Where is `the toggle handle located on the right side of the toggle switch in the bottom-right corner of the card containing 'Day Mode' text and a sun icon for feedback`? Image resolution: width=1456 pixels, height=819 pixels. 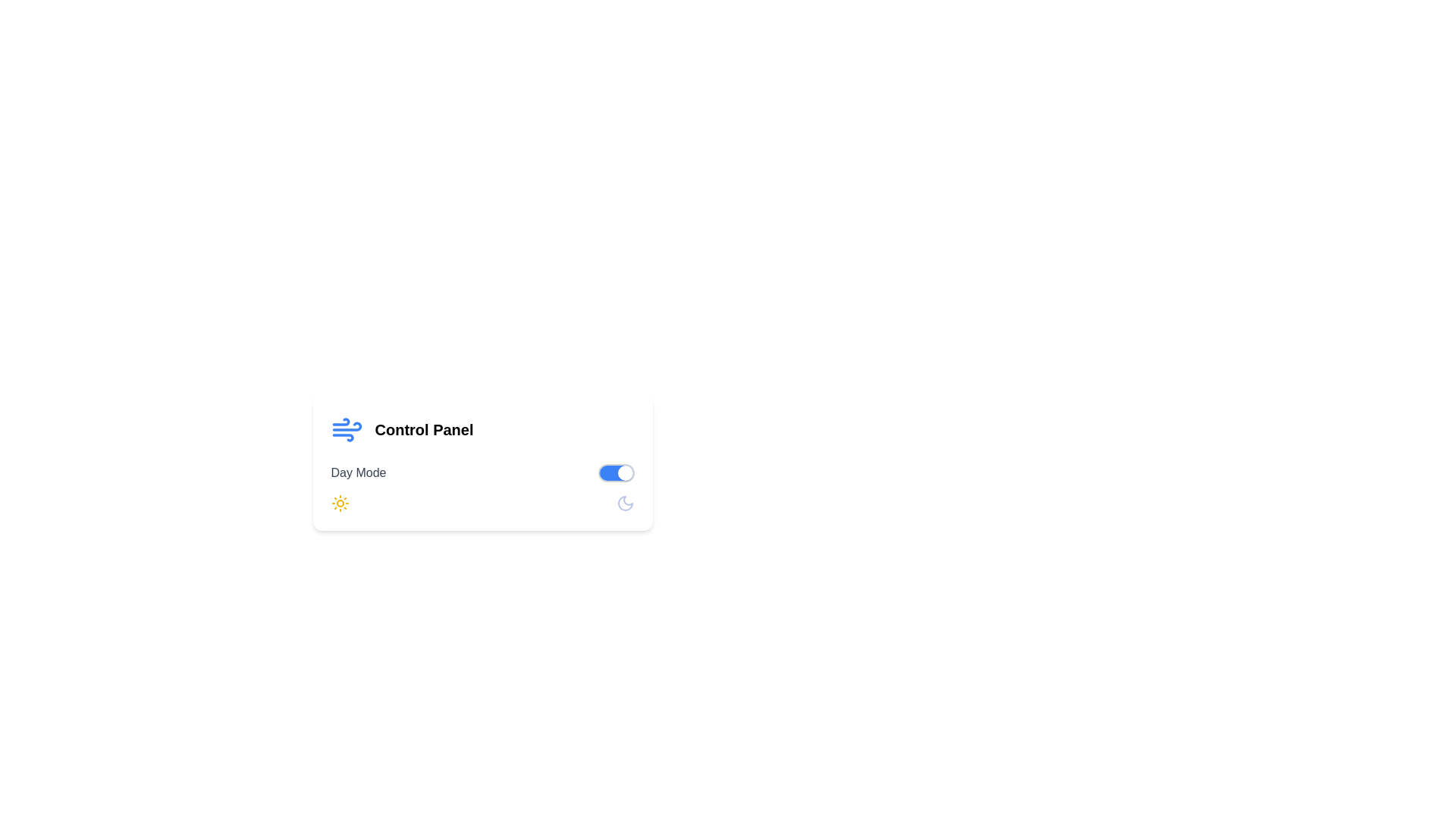 the toggle handle located on the right side of the toggle switch in the bottom-right corner of the card containing 'Day Mode' text and a sun icon for feedback is located at coordinates (625, 472).